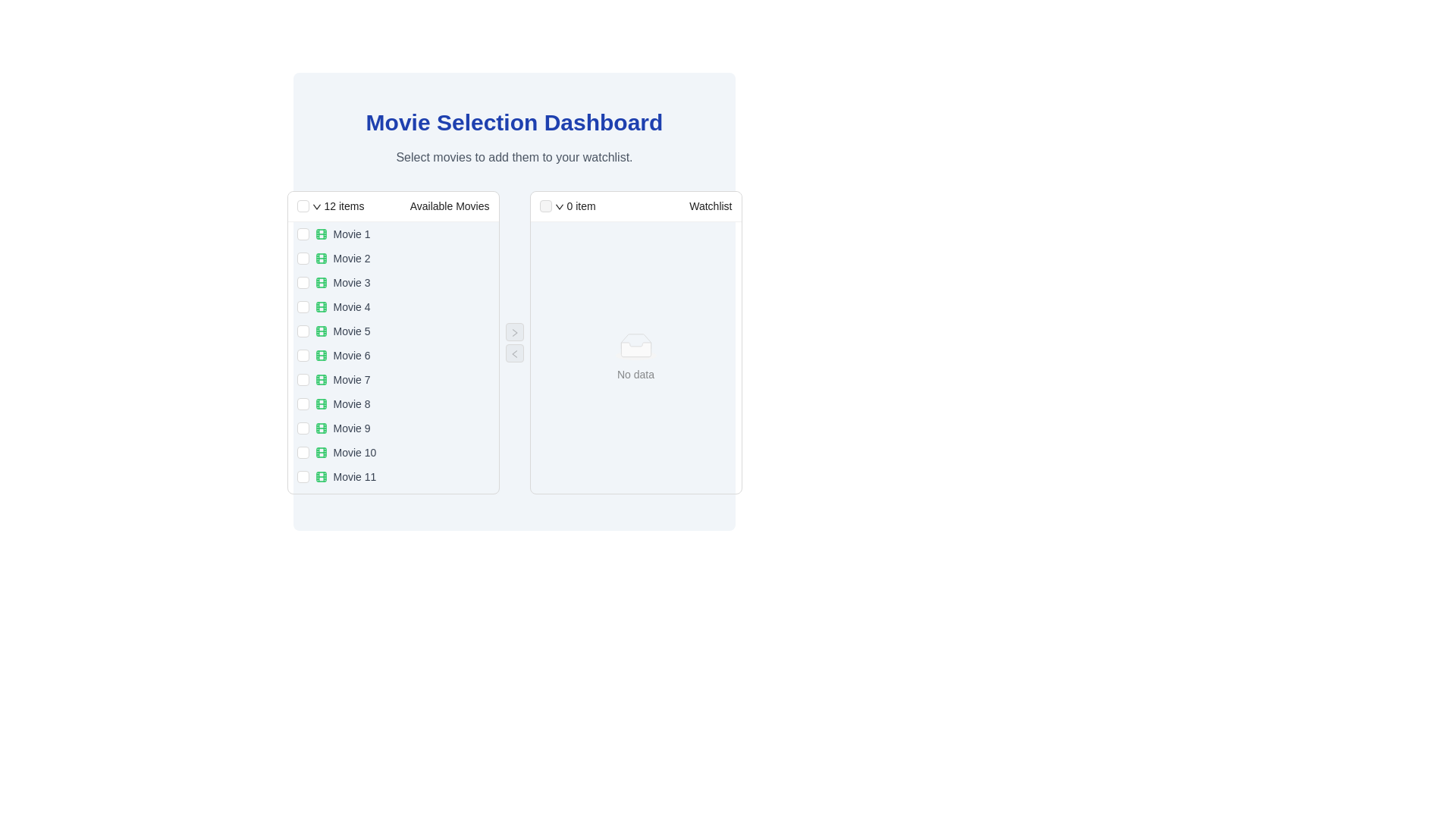  I want to click on the text label indicating 'Movie 4', which is the fourth item in the 'Available Movies' section of the dashboard, so click(351, 307).